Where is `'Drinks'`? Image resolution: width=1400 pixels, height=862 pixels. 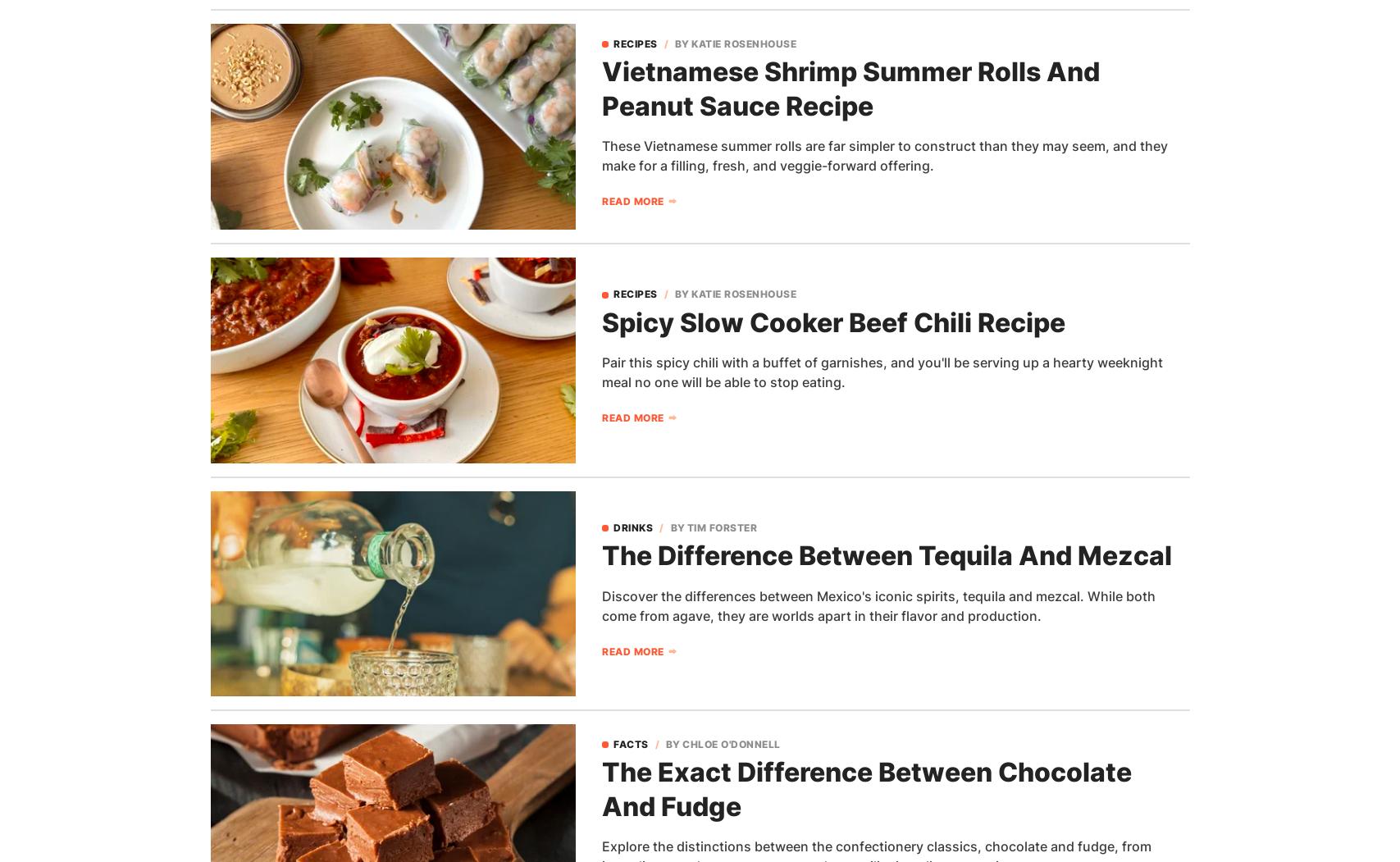 'Drinks' is located at coordinates (633, 526).